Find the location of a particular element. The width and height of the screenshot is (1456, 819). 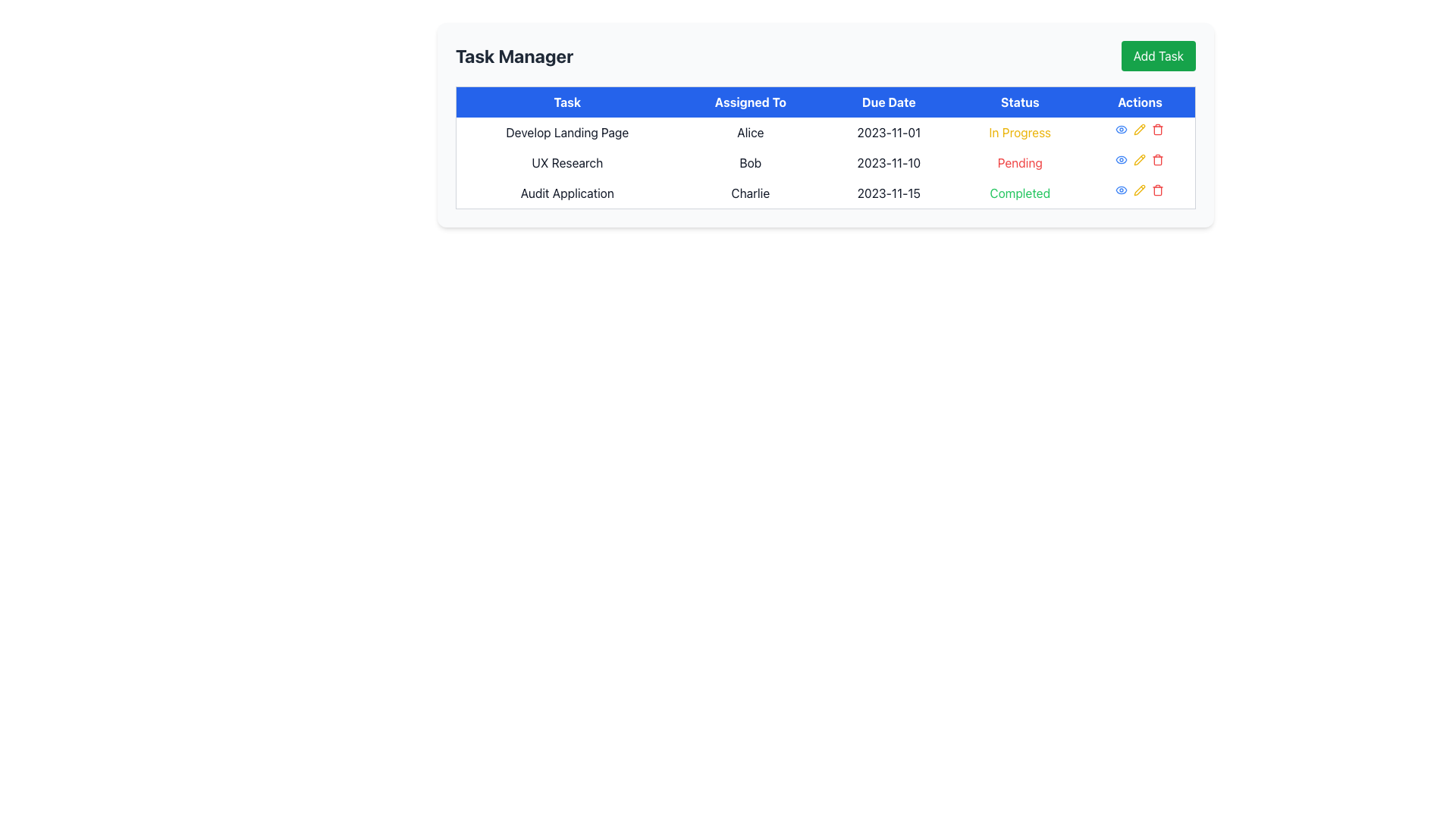

the text label displaying 'Alice' in the 'Assigned To' column of the table, which is located under the 'Develop Landing Page' task row is located at coordinates (750, 131).